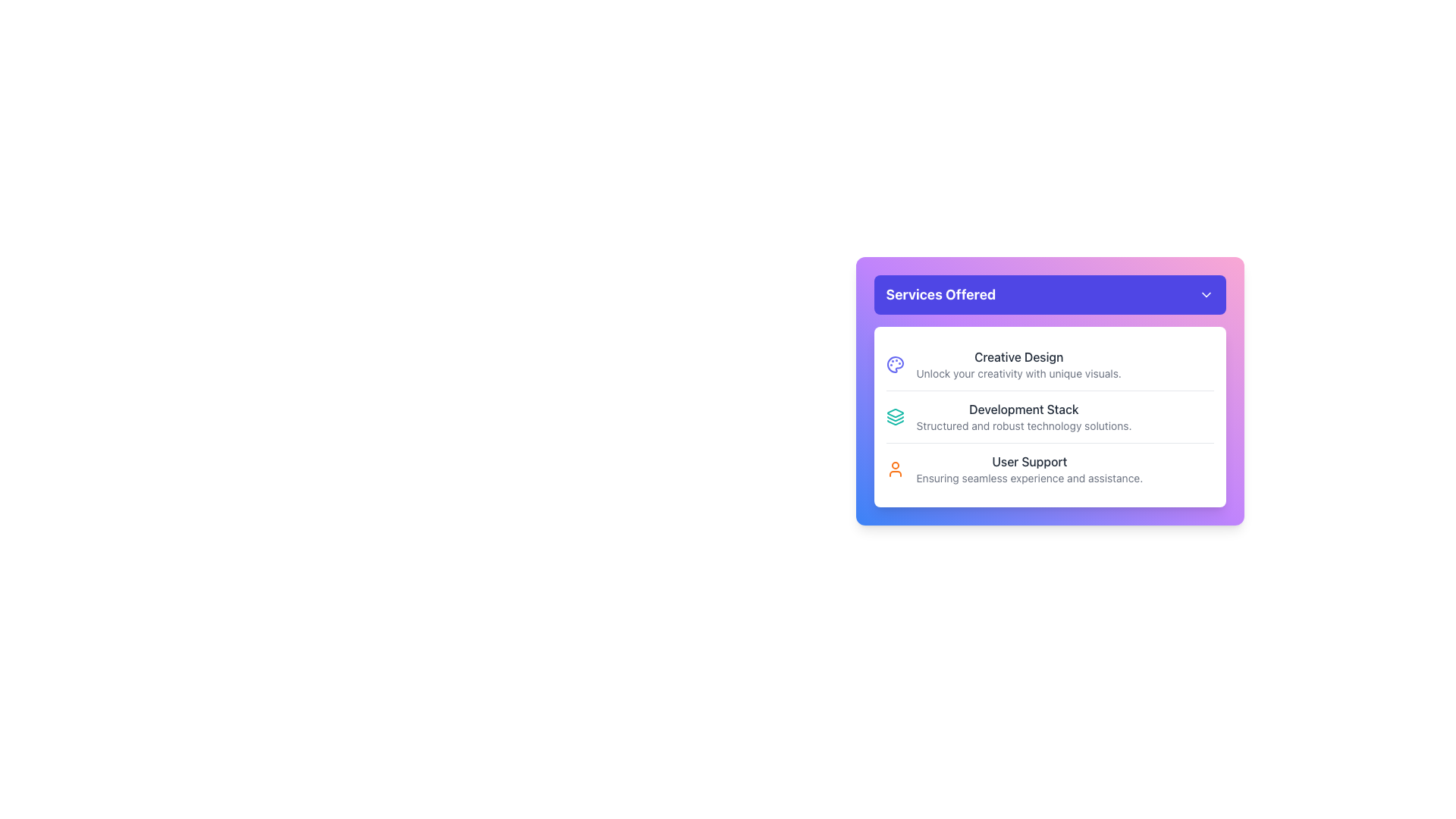  Describe the element at coordinates (1049, 365) in the screenshot. I see `the first item in the Informational card section, which features a purple palette icon and the title 'Creative Design'` at that location.